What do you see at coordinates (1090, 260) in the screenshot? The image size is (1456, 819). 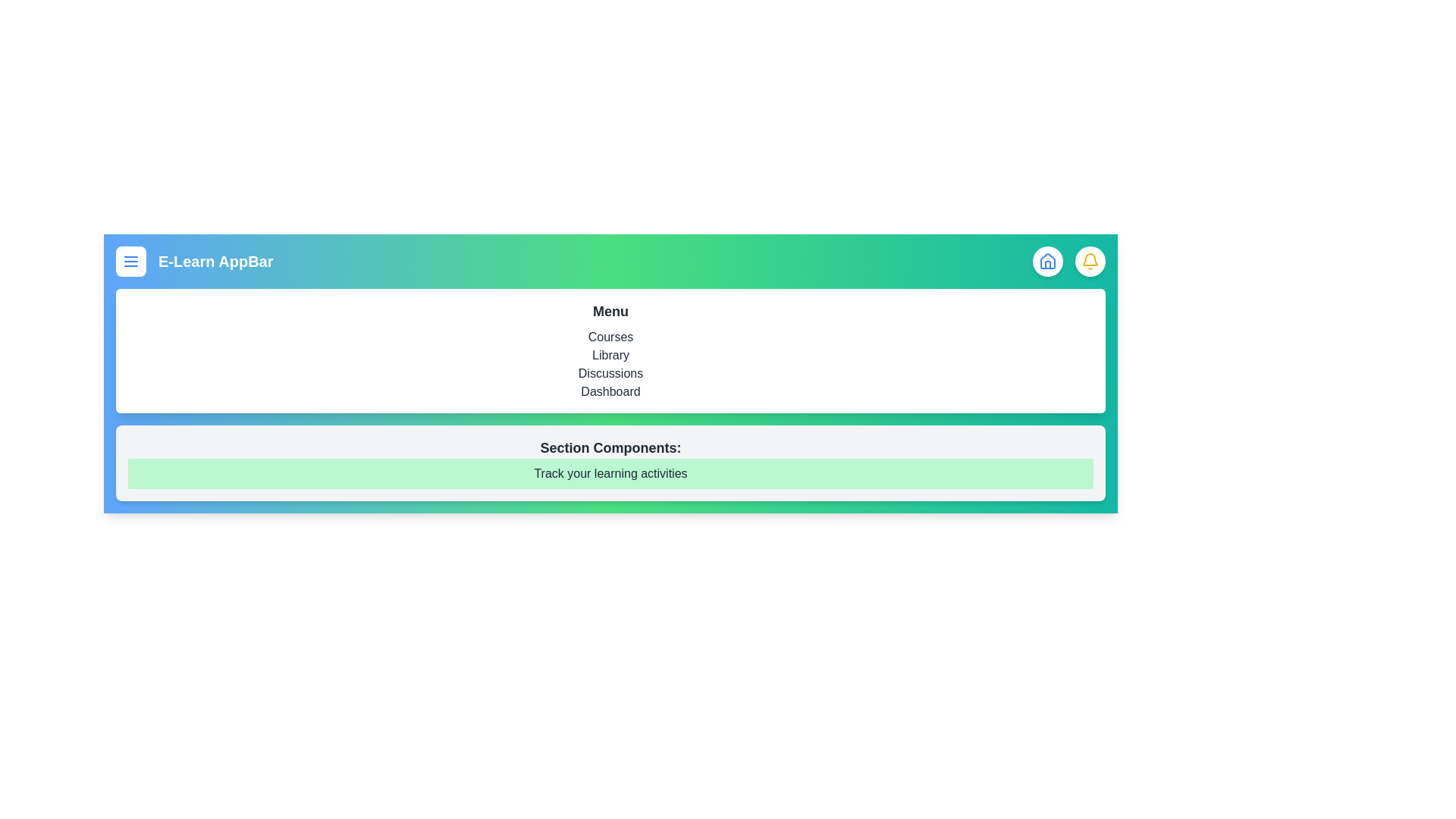 I see `the notification button to view alerts` at bounding box center [1090, 260].